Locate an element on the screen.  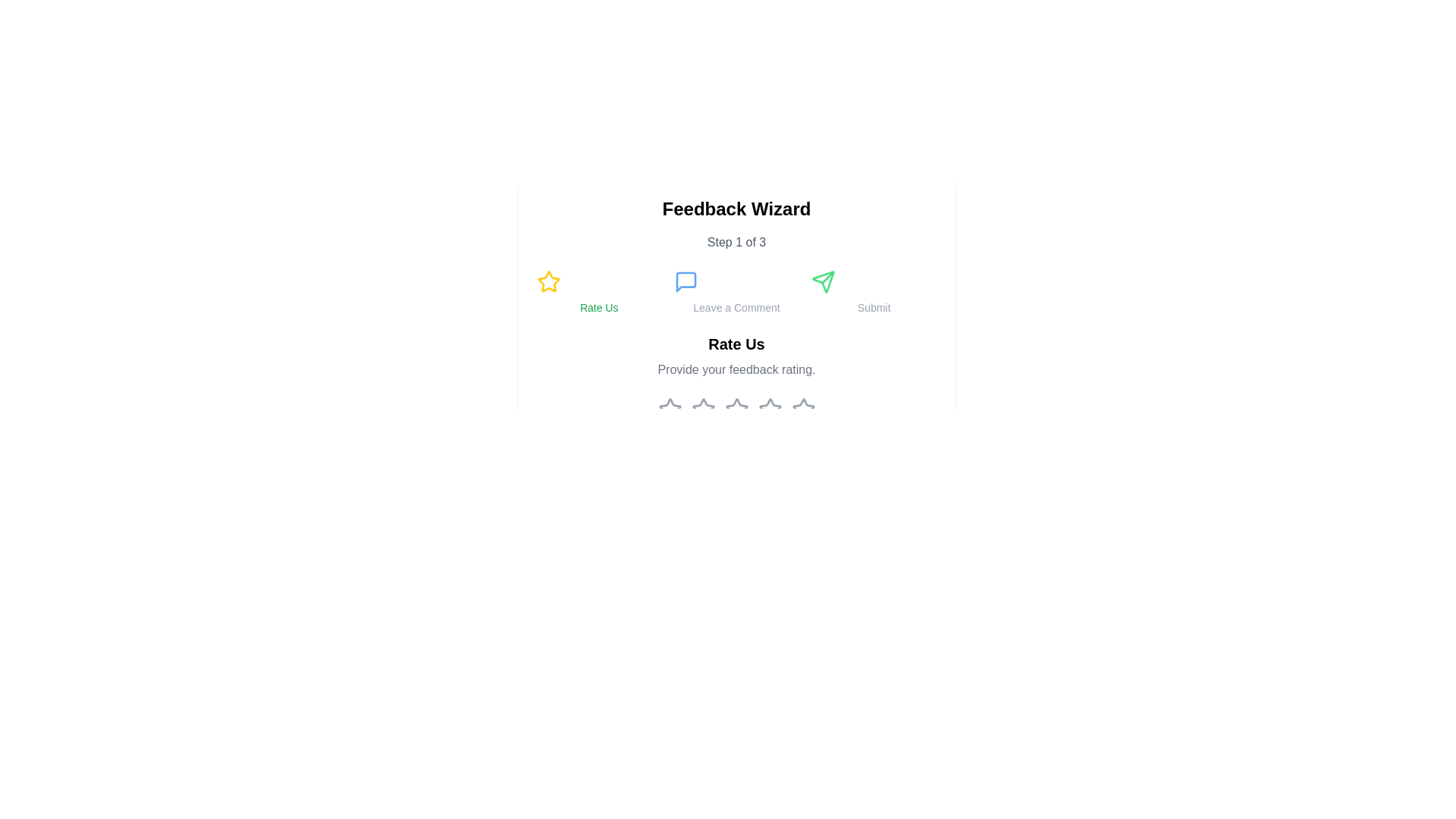
the 5th star icon in the rating input mechanism is located at coordinates (802, 409).